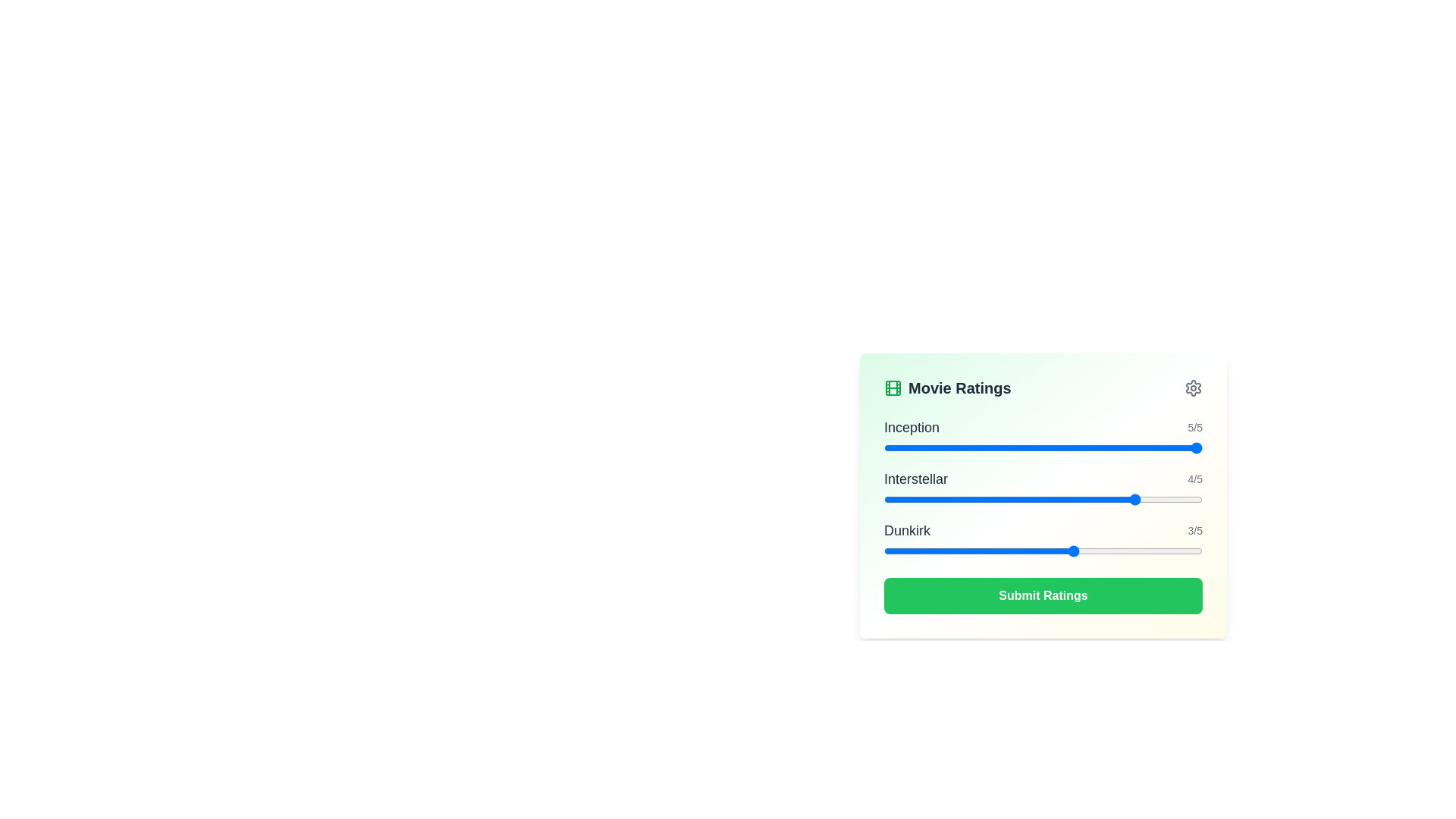 The width and height of the screenshot is (1456, 819). What do you see at coordinates (884, 551) in the screenshot?
I see `the Dunkirk movie rating` at bounding box center [884, 551].